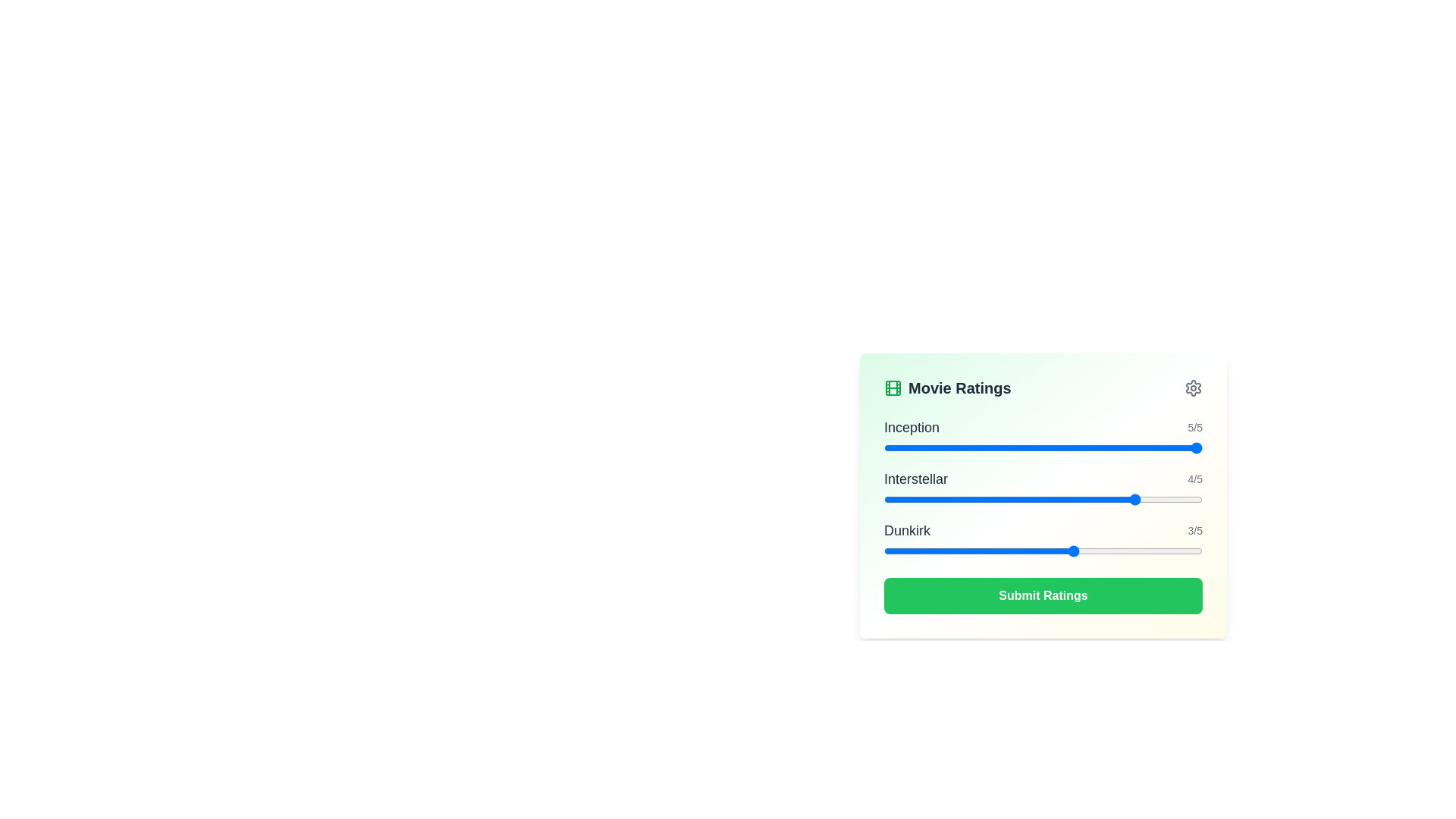 The width and height of the screenshot is (1456, 819). What do you see at coordinates (884, 551) in the screenshot?
I see `the Dunkirk movie rating` at bounding box center [884, 551].